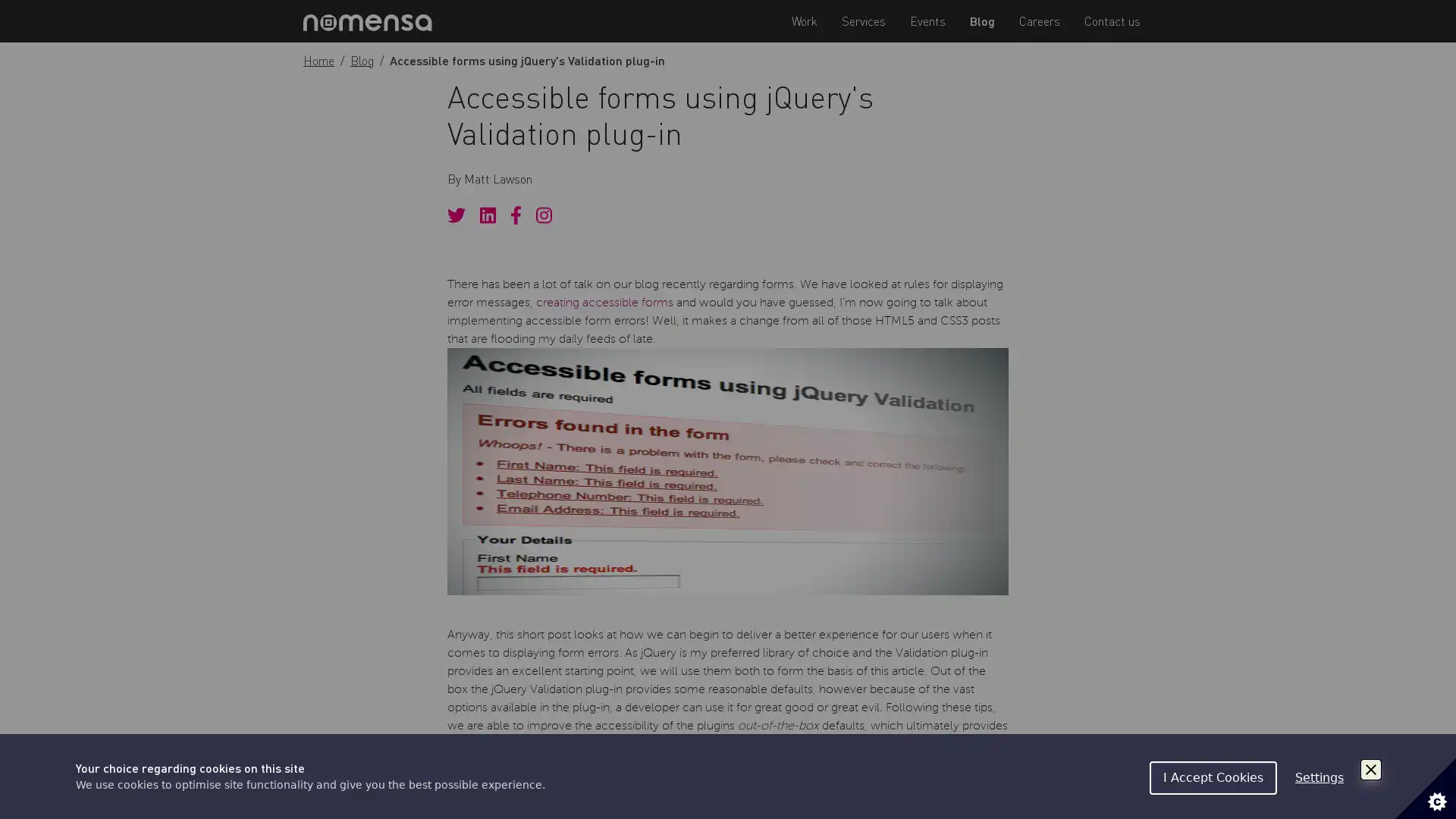 The height and width of the screenshot is (819, 1456). What do you see at coordinates (1371, 769) in the screenshot?
I see `Close Cookie Control` at bounding box center [1371, 769].